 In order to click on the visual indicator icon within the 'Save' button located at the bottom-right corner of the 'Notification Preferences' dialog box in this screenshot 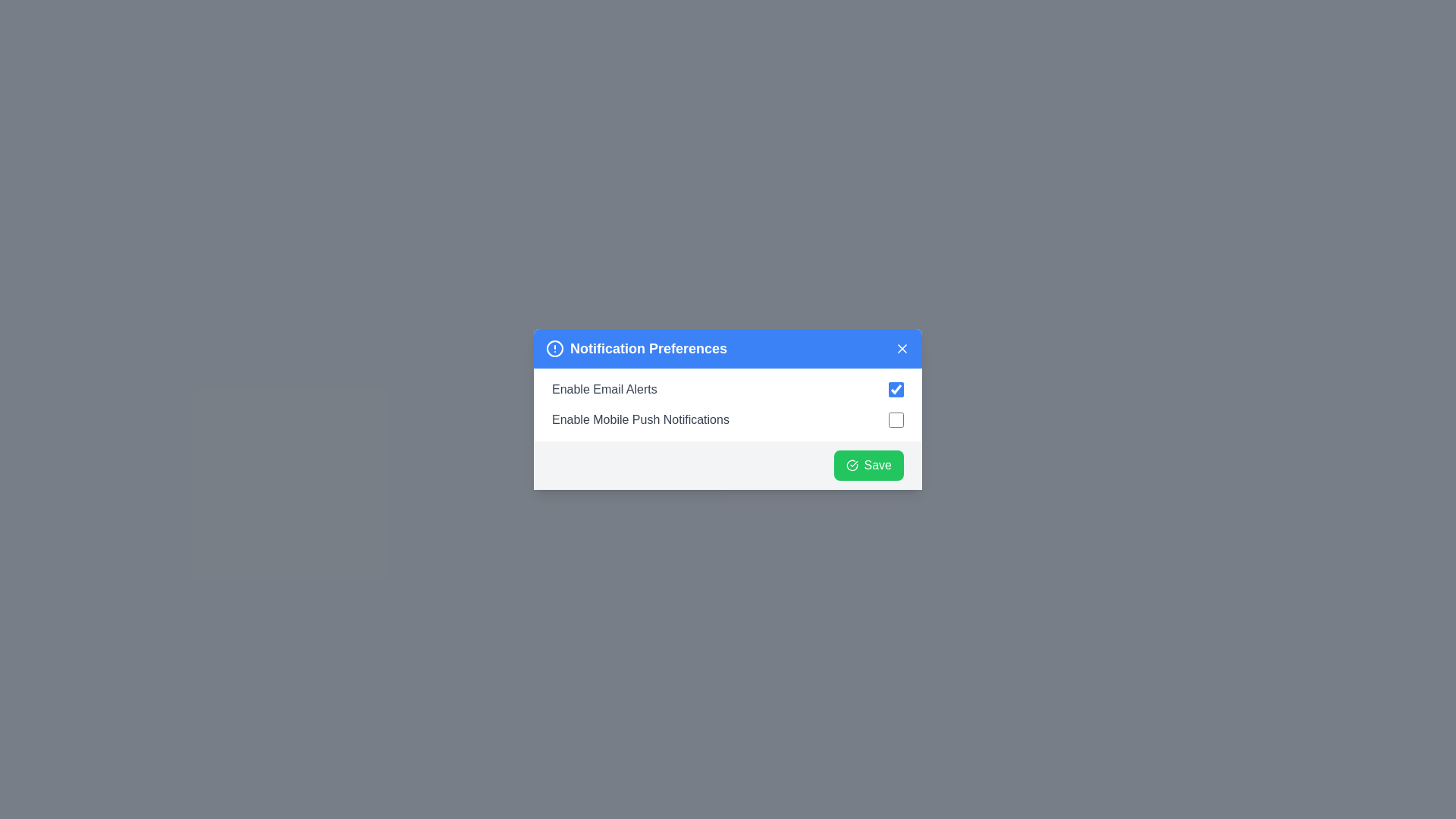, I will do `click(852, 464)`.